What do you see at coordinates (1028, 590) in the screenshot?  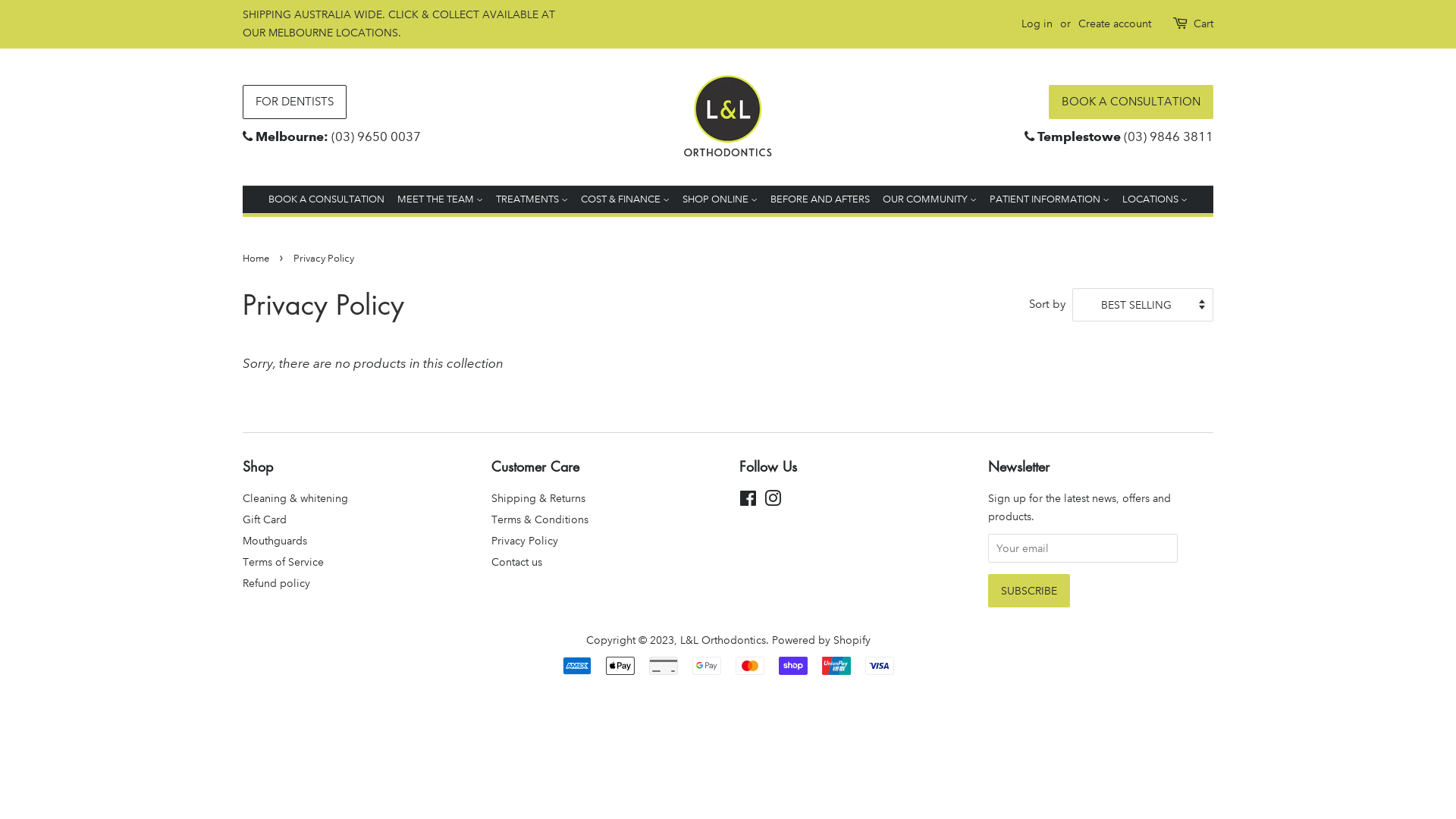 I see `'Subscribe'` at bounding box center [1028, 590].